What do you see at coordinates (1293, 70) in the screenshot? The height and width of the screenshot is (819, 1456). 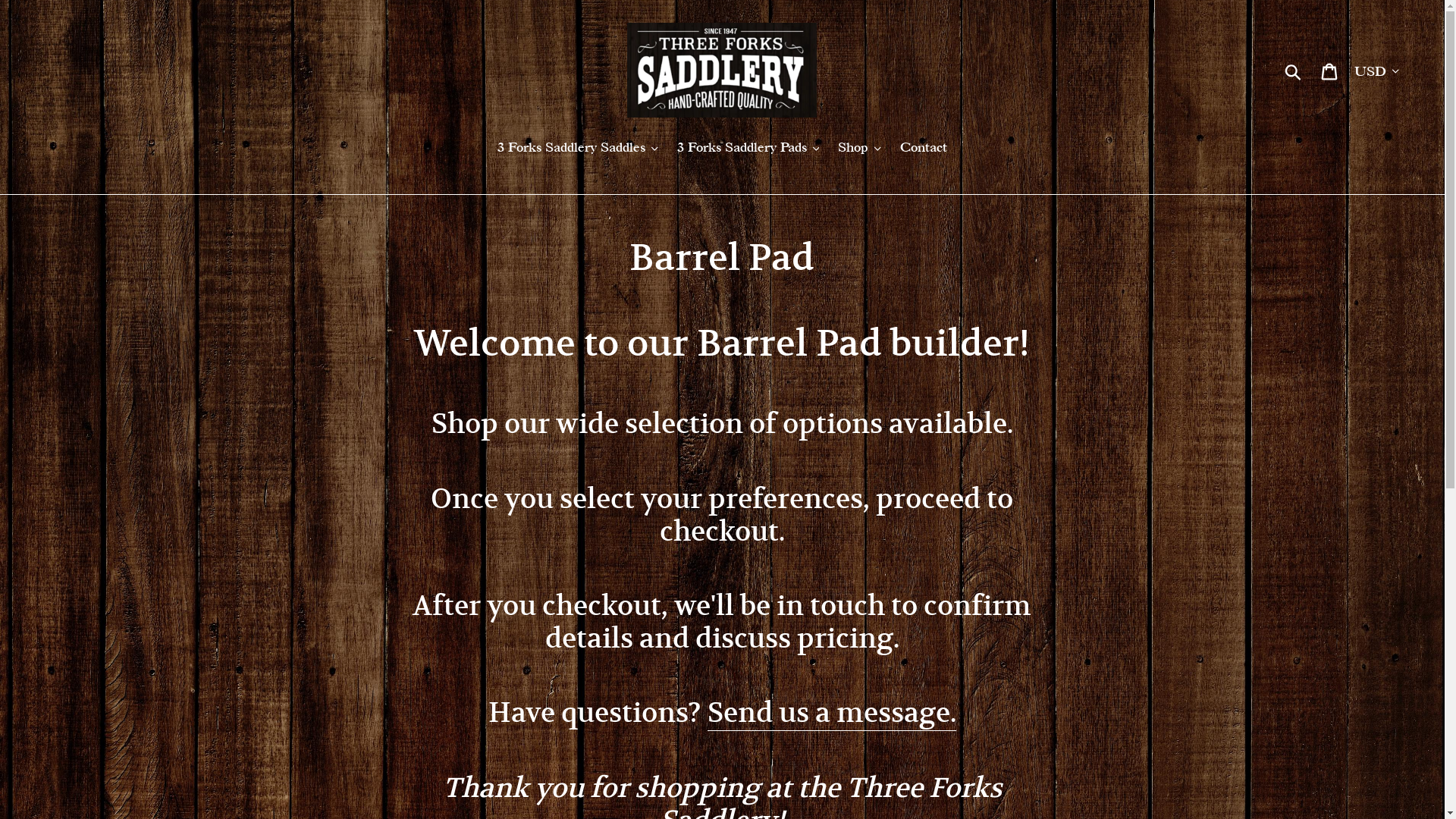 I see `'Submit'` at bounding box center [1293, 70].